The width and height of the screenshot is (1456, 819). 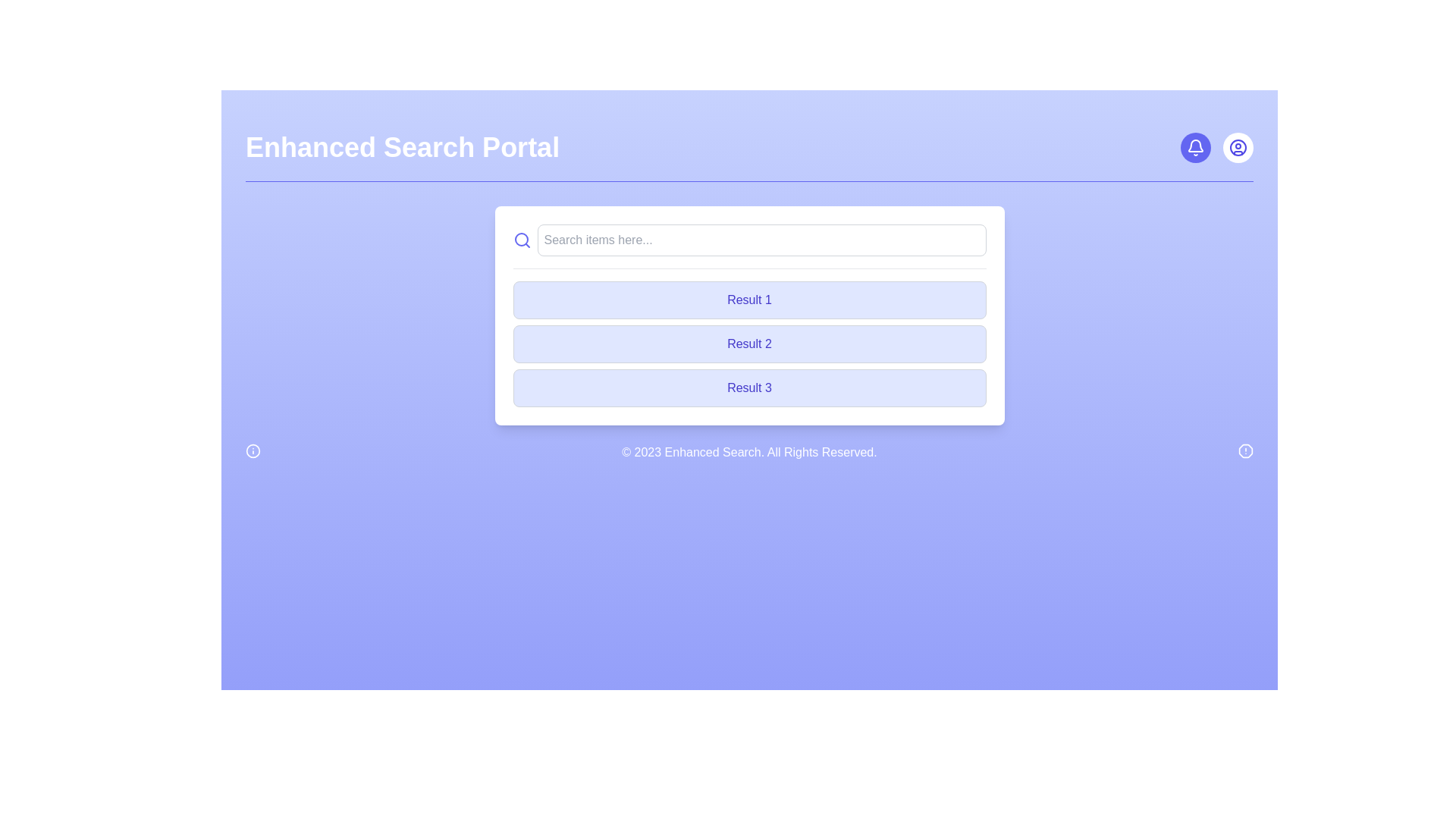 I want to click on the decorative circular border of the user account icon located in the upper-right corner of the interface, so click(x=1238, y=148).